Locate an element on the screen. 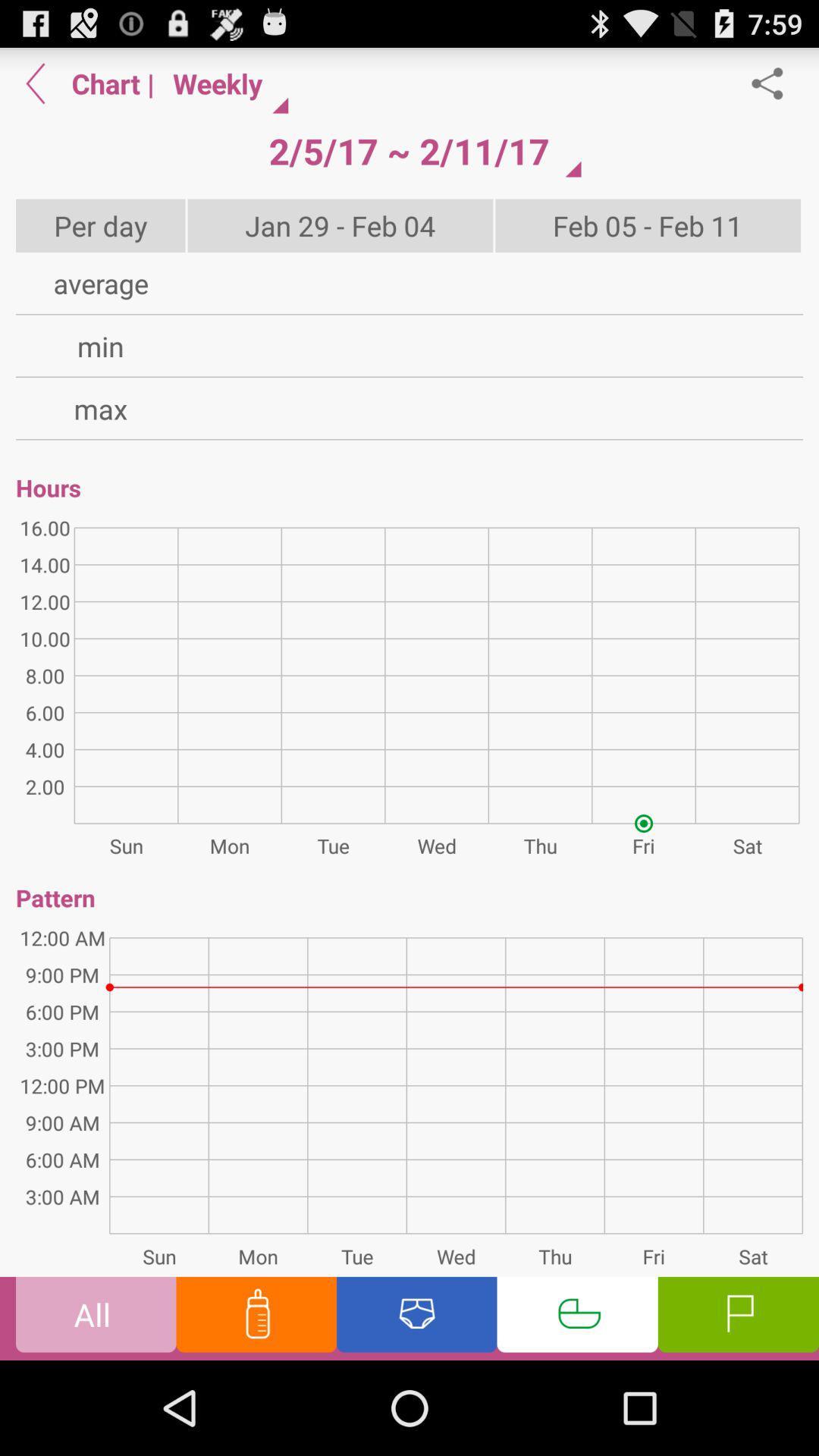  share the report is located at coordinates (775, 83).